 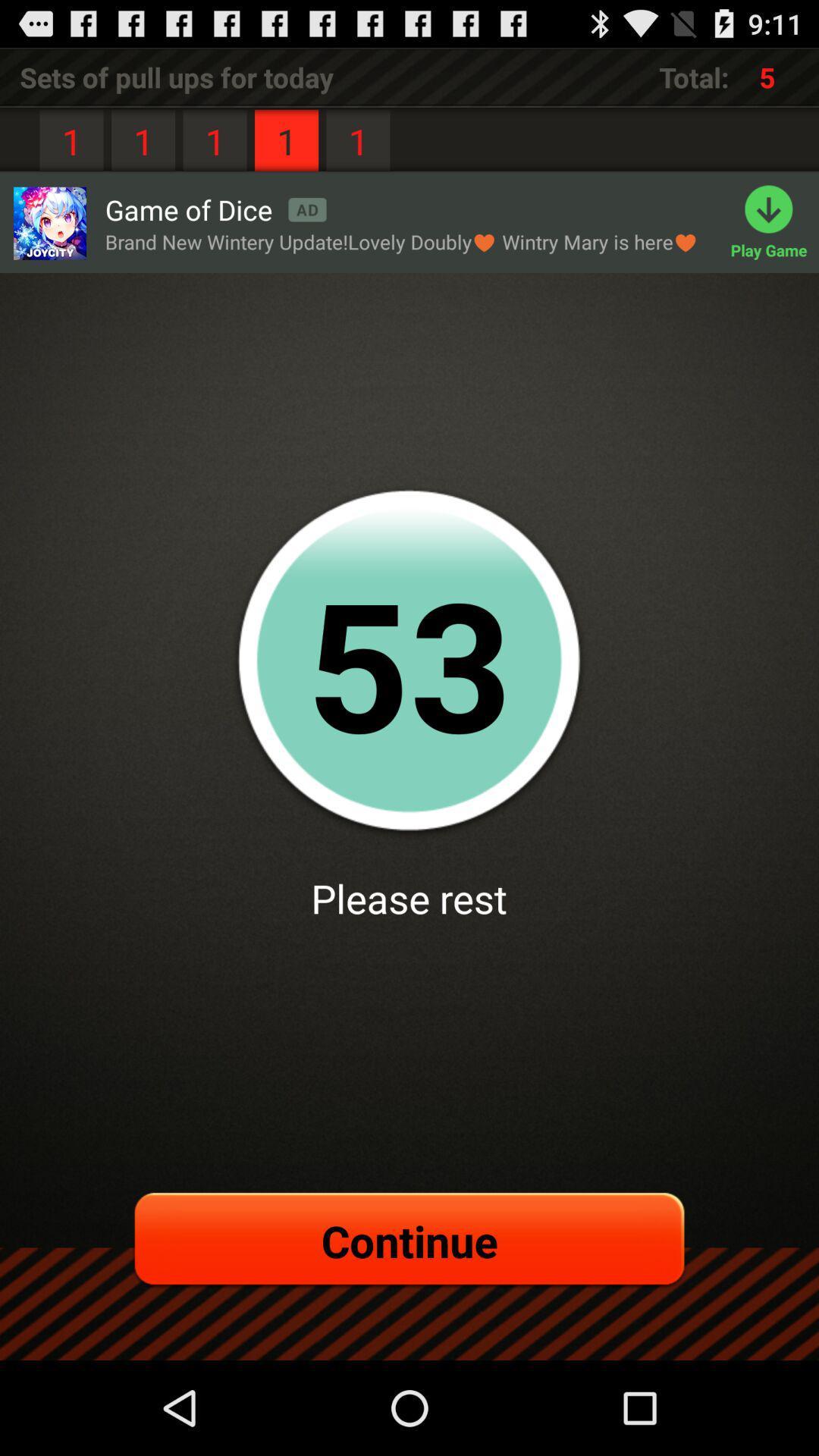 What do you see at coordinates (400, 241) in the screenshot?
I see `the brand new wintery item` at bounding box center [400, 241].